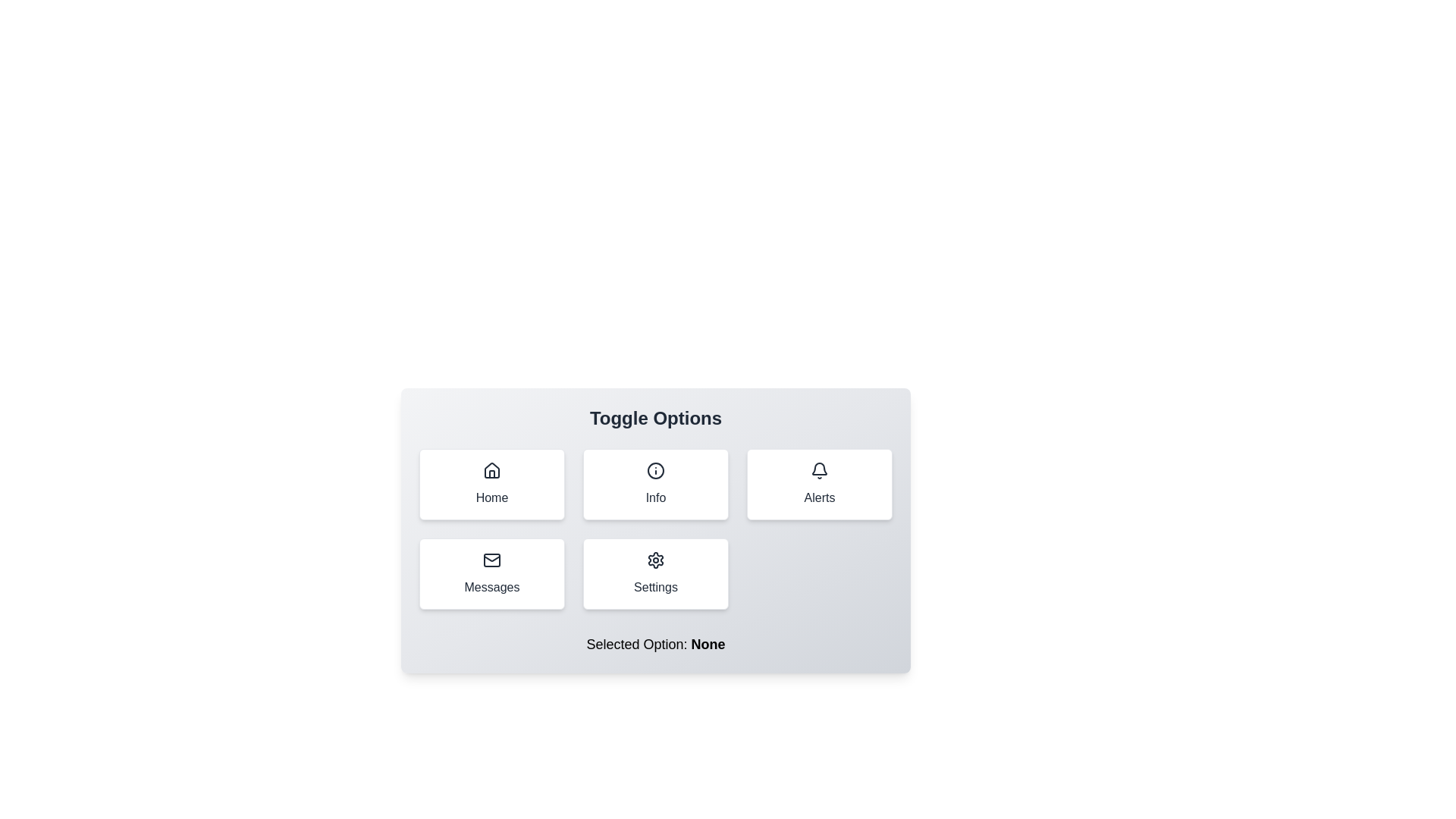 Image resolution: width=1456 pixels, height=819 pixels. I want to click on the 'Home' icon which is centrally located within its card in the first column of the grid layout, indicating the 'Home' functionality, so click(491, 470).